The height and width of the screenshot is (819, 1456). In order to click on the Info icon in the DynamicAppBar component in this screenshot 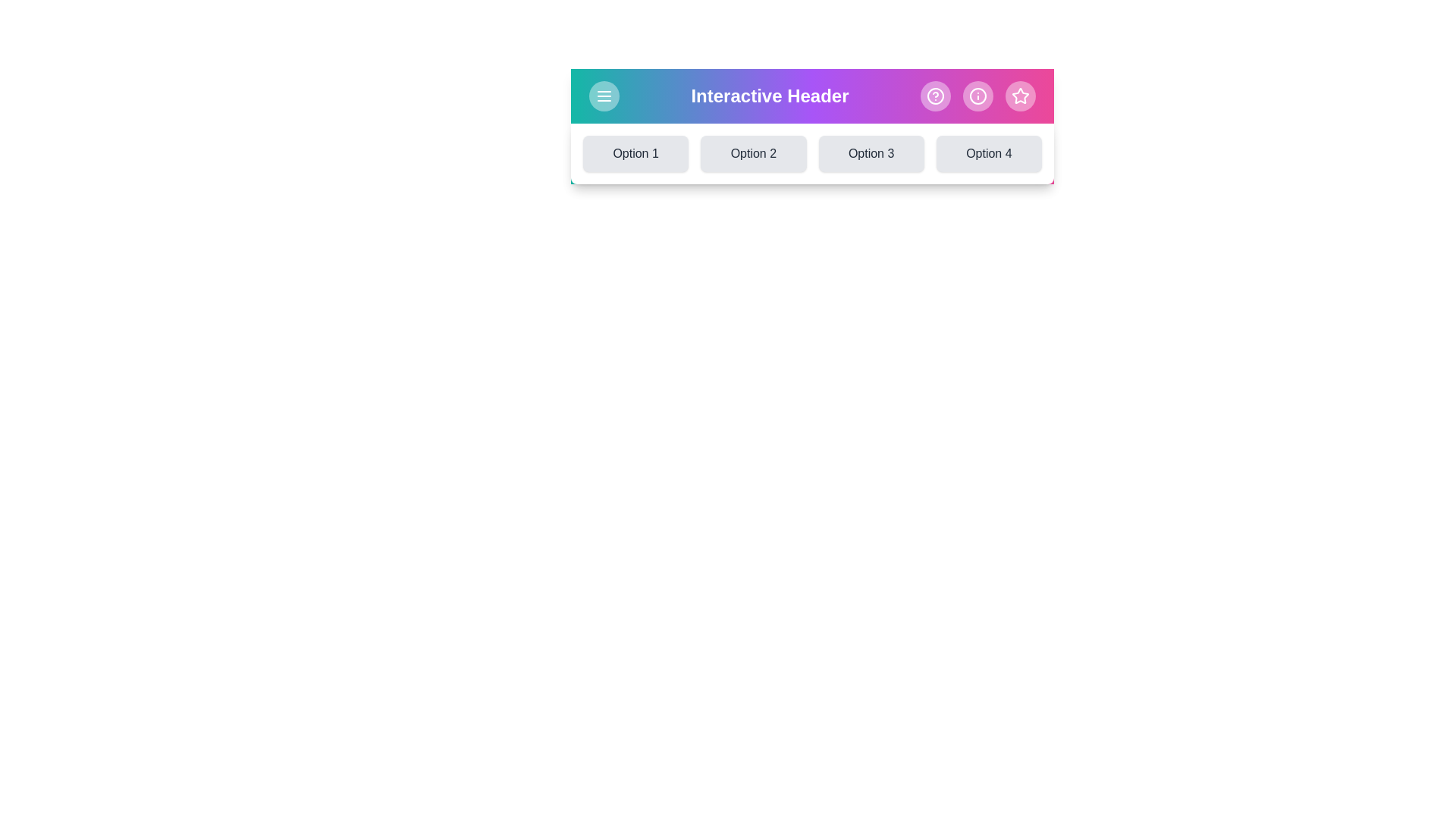, I will do `click(978, 96)`.